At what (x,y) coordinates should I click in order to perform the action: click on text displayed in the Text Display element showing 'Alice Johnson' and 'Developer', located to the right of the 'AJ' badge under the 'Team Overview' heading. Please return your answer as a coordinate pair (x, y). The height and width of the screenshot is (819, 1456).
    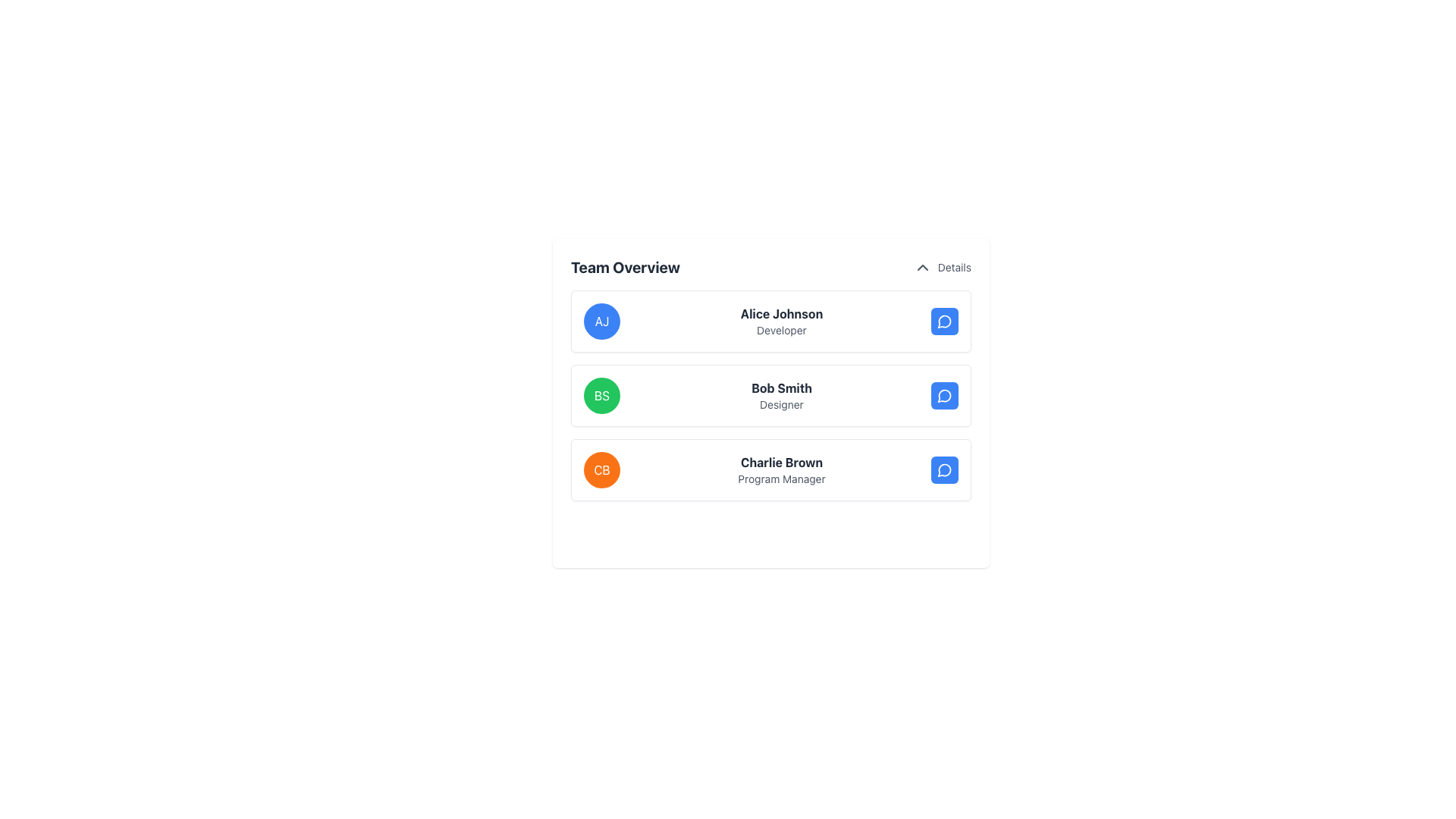
    Looking at the image, I should click on (782, 321).